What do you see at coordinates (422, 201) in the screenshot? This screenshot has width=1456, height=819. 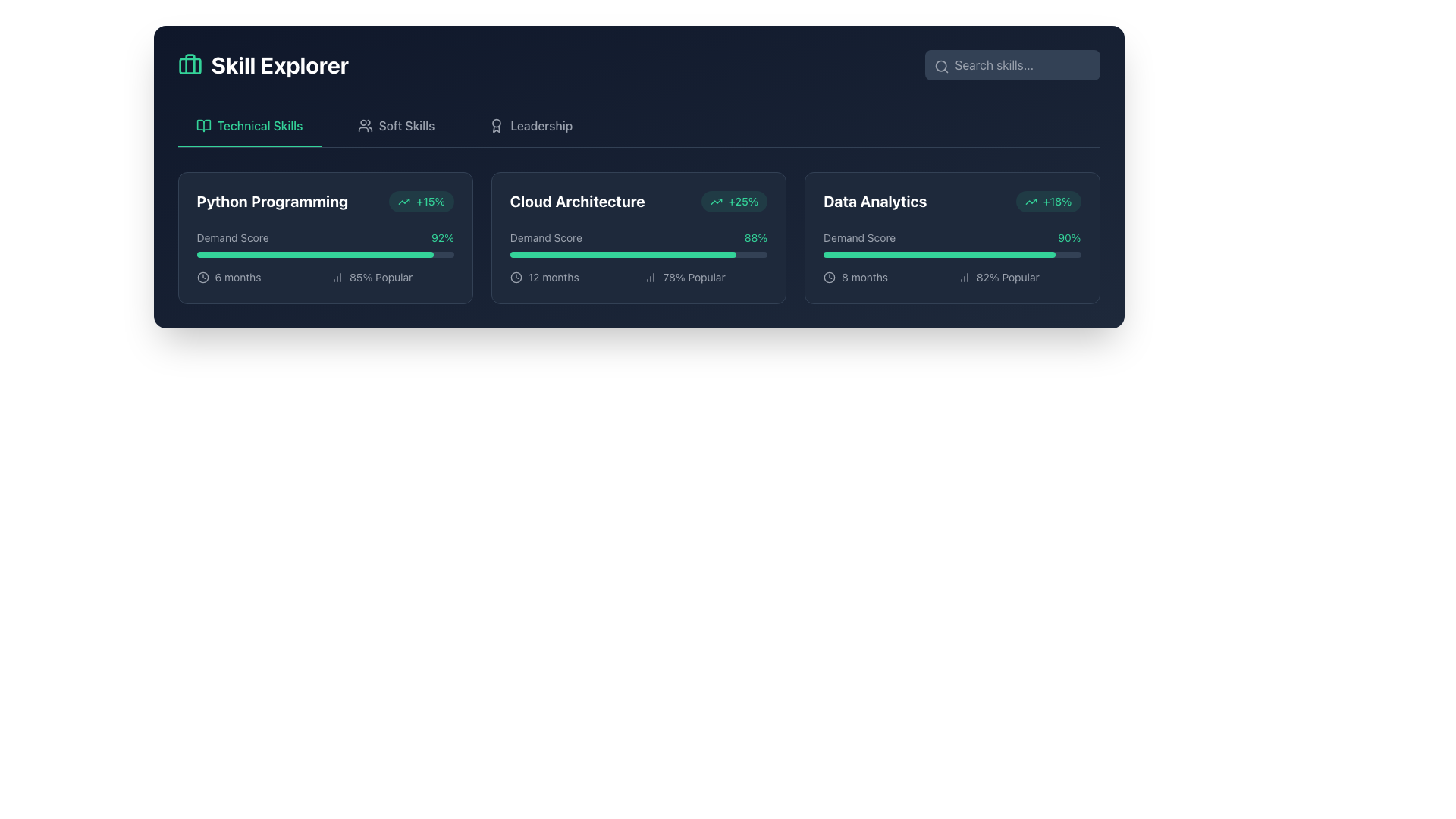 I see `the Informational badge indicating a positive change in the demand for 'Python Programming', located to the right of the title and above the Demand Score in the Skill Explorer interface` at bounding box center [422, 201].